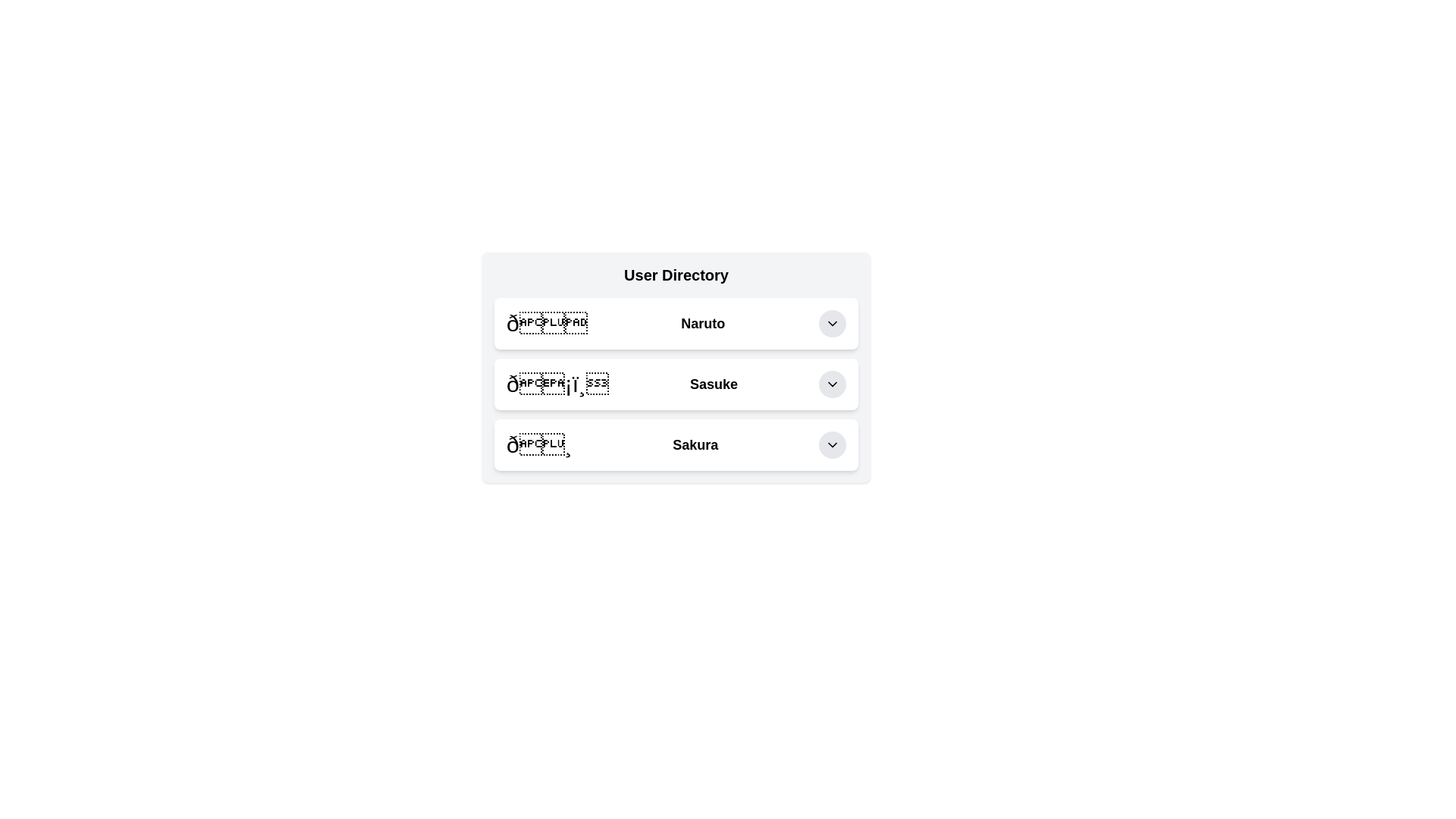 This screenshot has height=819, width=1456. What do you see at coordinates (557, 383) in the screenshot?
I see `the decorative emoji "🗡️" that precedes the user name "Sasuke" in the User Directory list` at bounding box center [557, 383].